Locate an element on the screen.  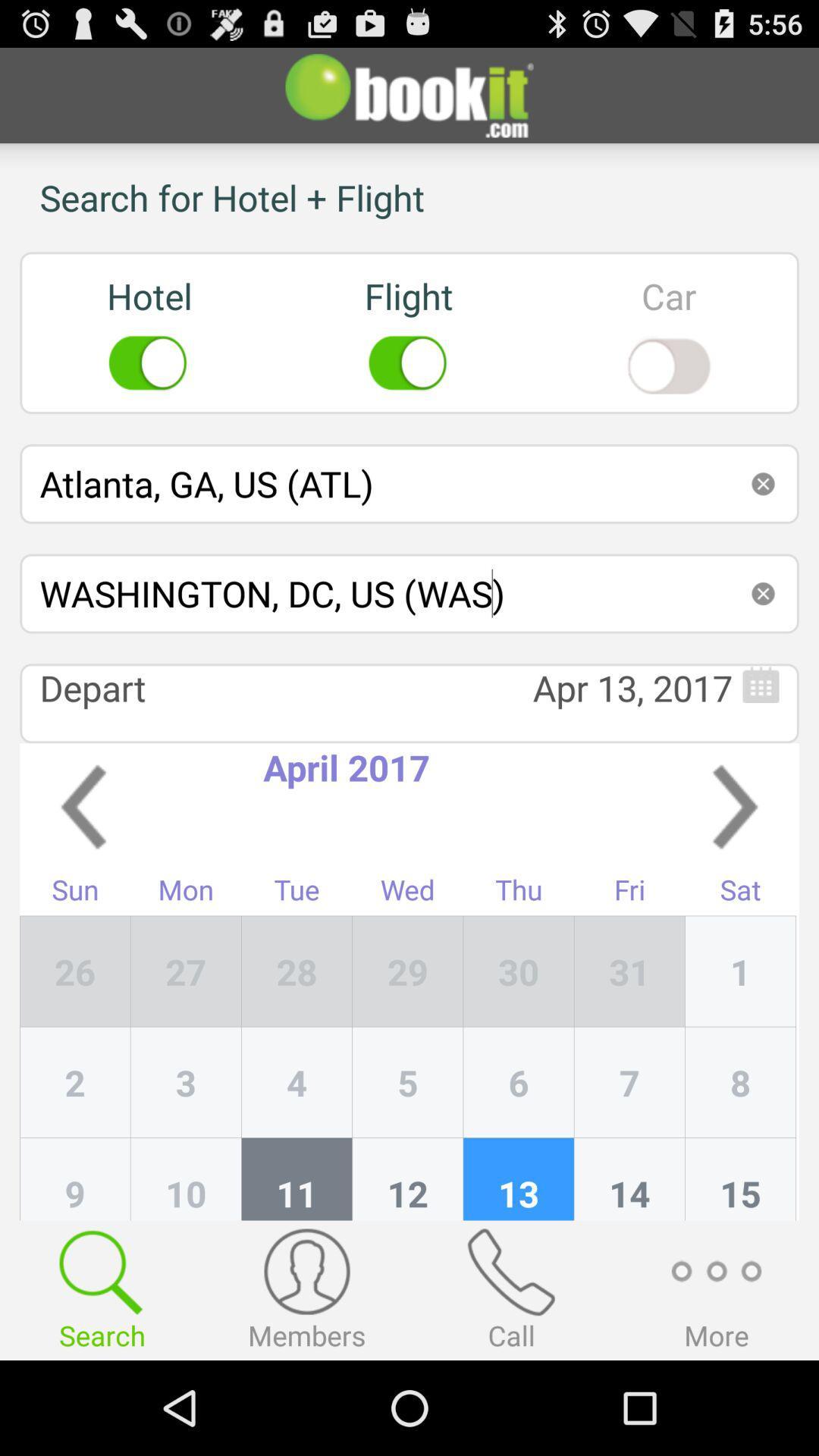
item next to the sat icon is located at coordinates (629, 971).